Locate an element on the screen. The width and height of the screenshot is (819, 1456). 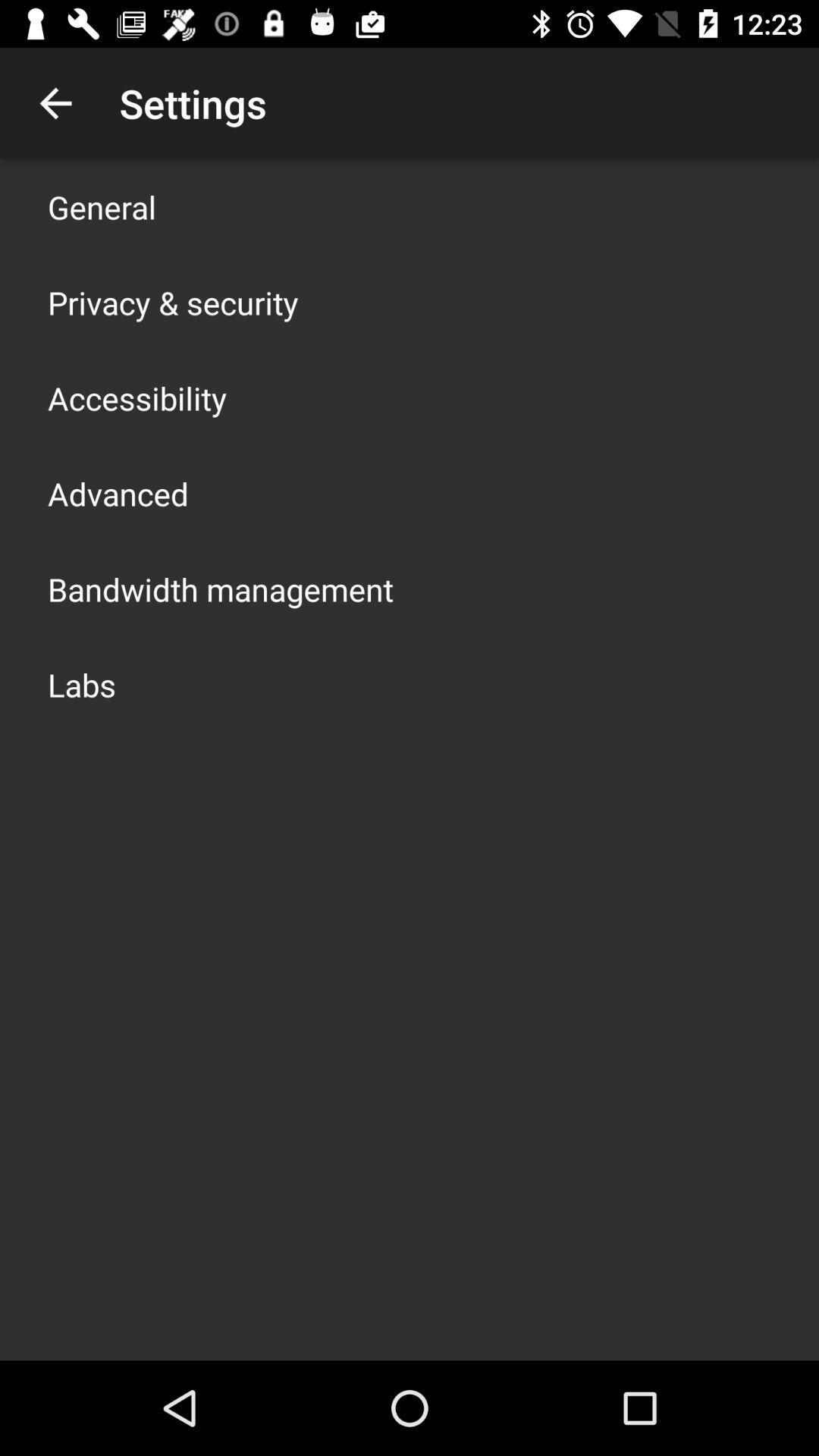
the item below general item is located at coordinates (172, 302).